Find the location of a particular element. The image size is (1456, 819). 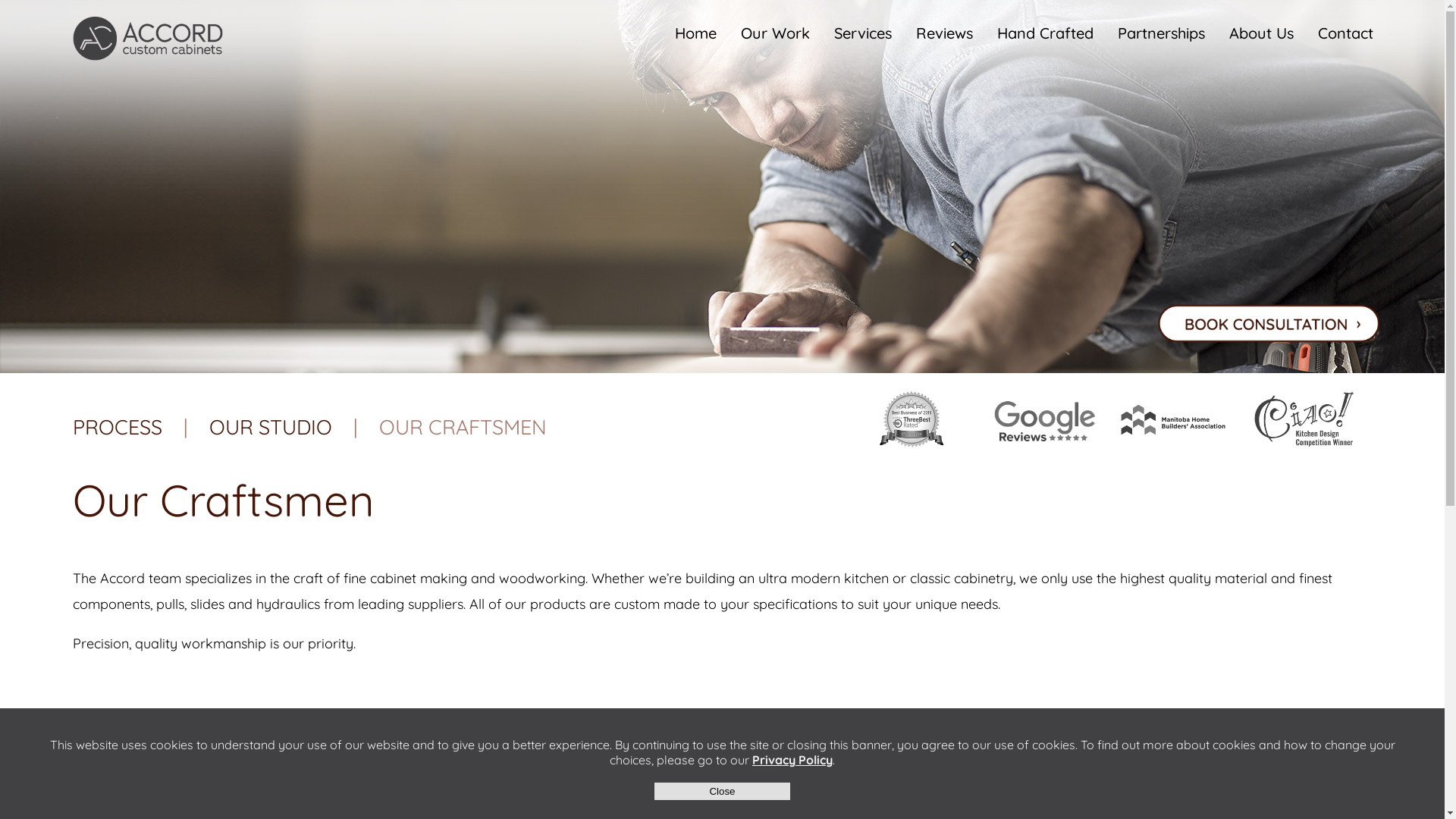

'Hand Crafted' is located at coordinates (1044, 33).